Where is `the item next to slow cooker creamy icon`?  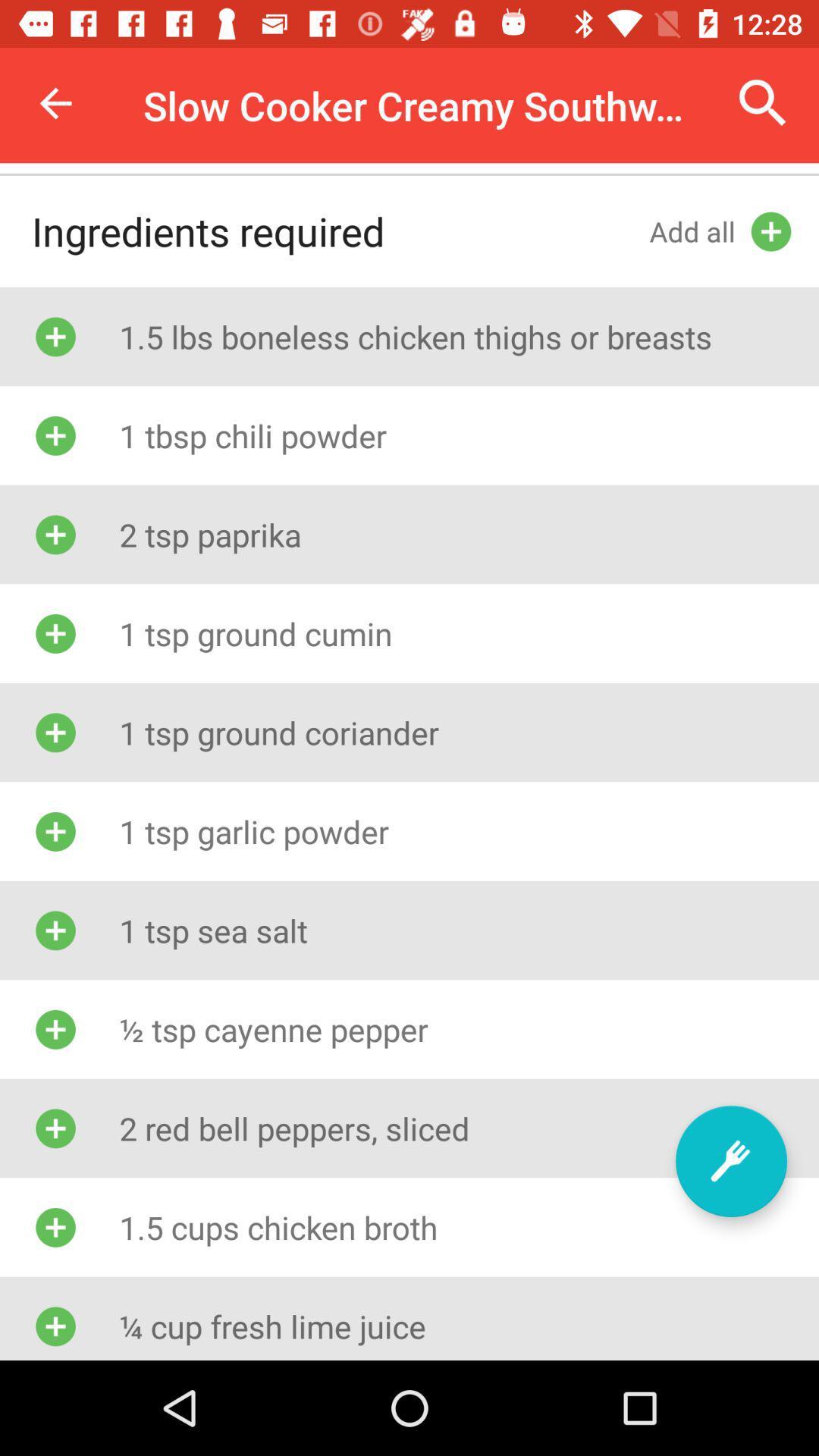
the item next to slow cooker creamy icon is located at coordinates (763, 102).